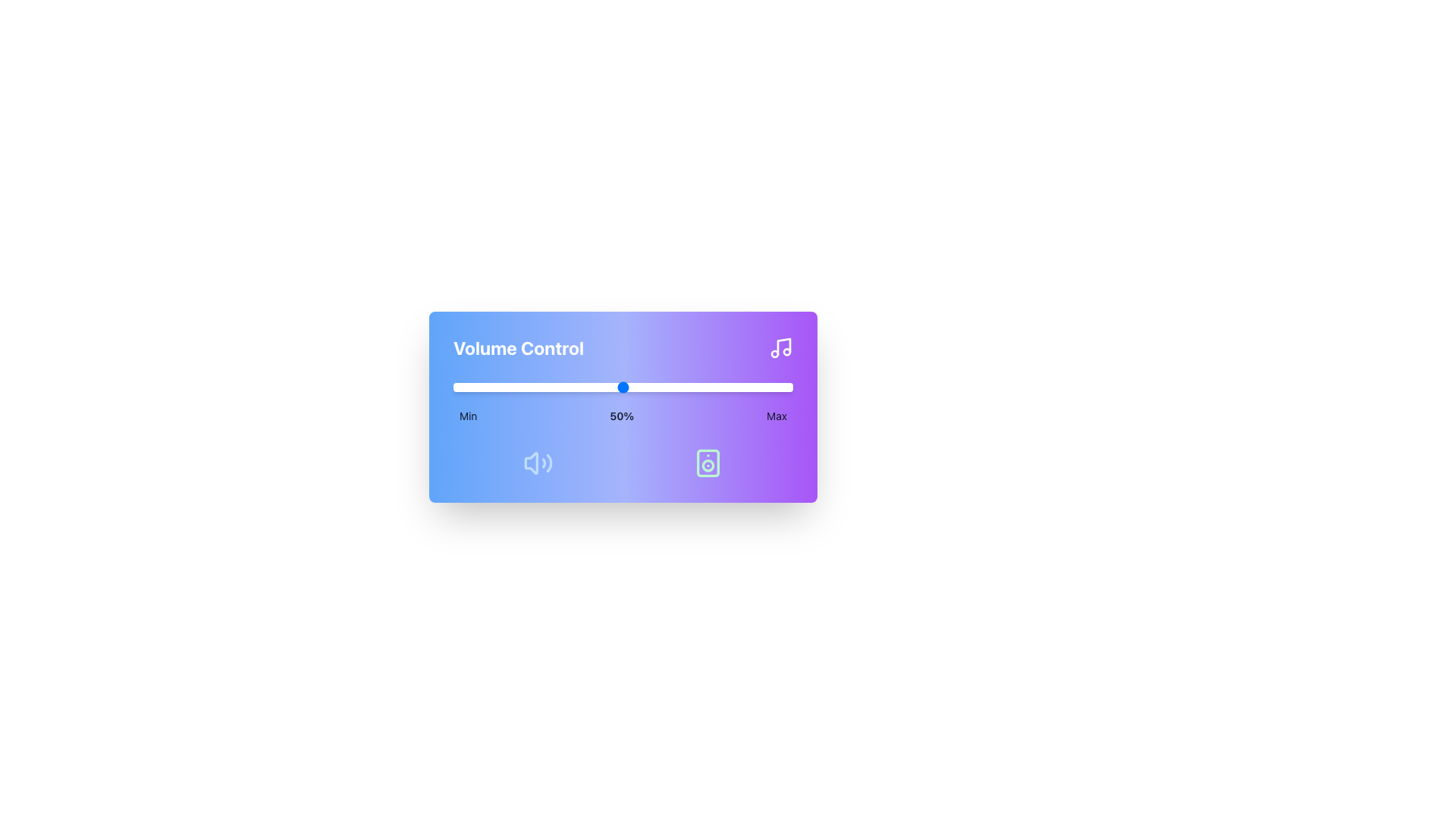 This screenshot has height=819, width=1456. What do you see at coordinates (704, 386) in the screenshot?
I see `the slider` at bounding box center [704, 386].